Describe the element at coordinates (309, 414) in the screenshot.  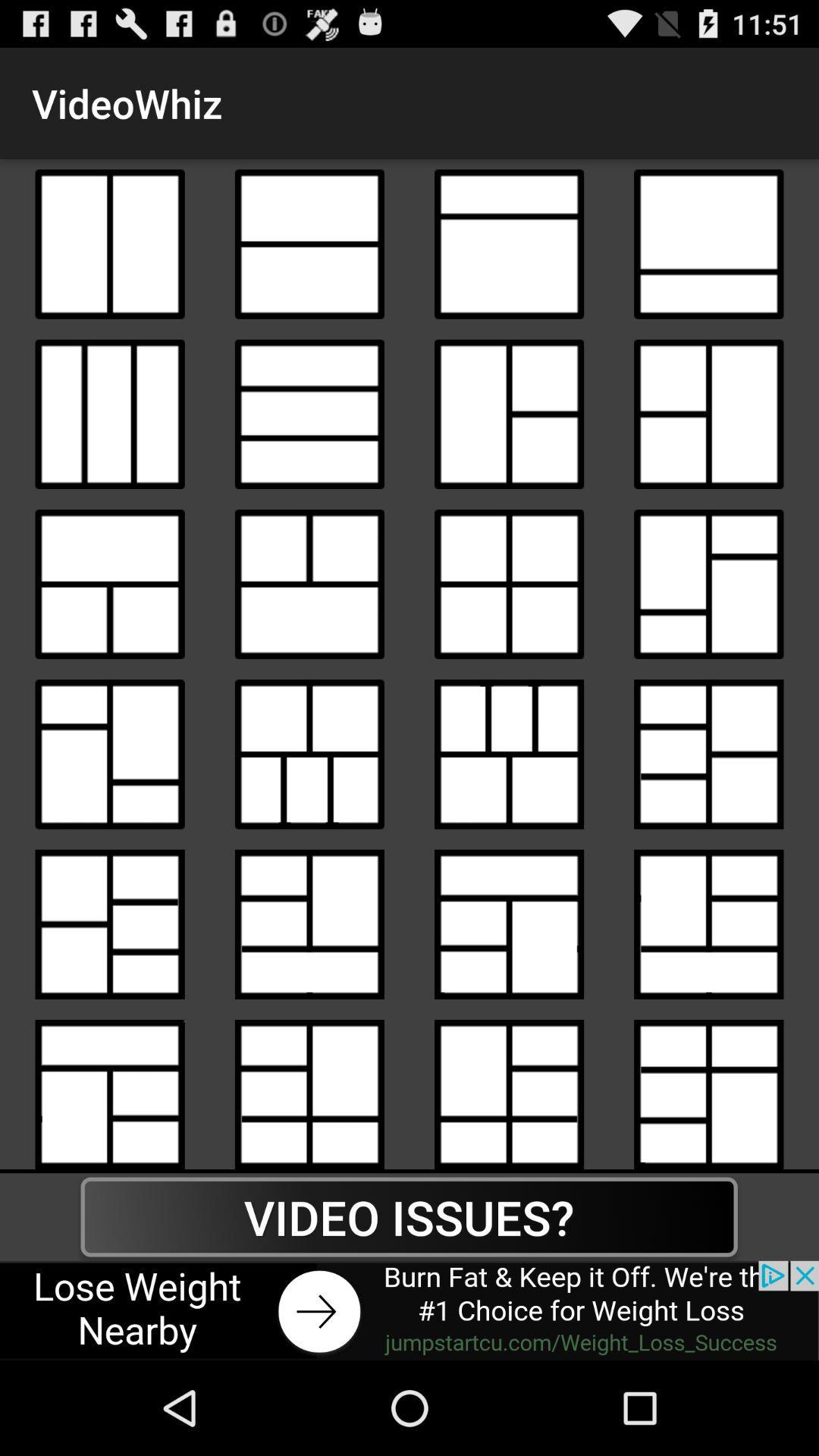
I see `photo editor` at that location.